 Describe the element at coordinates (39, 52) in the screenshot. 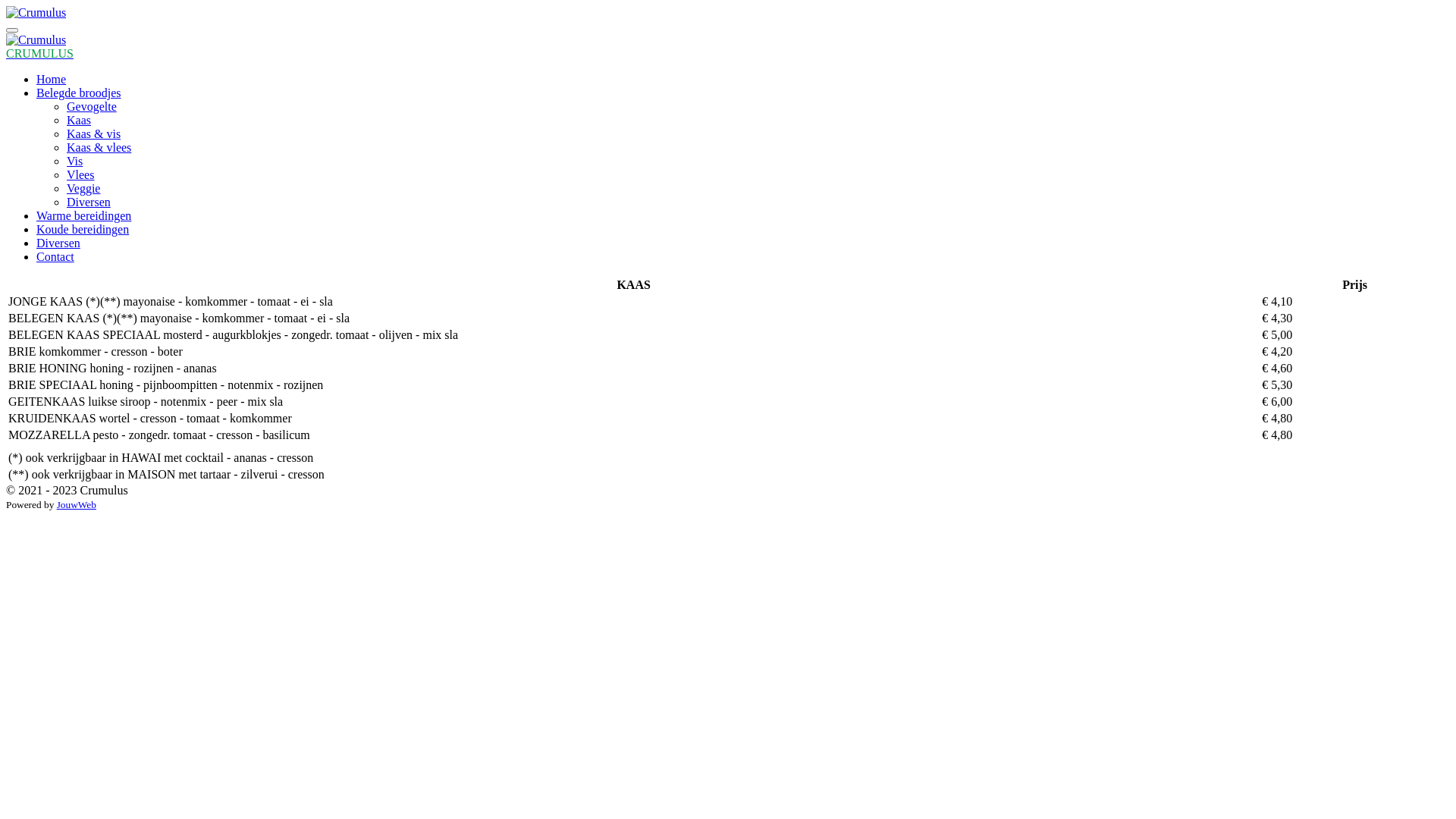

I see `'CRUMULUS'` at that location.